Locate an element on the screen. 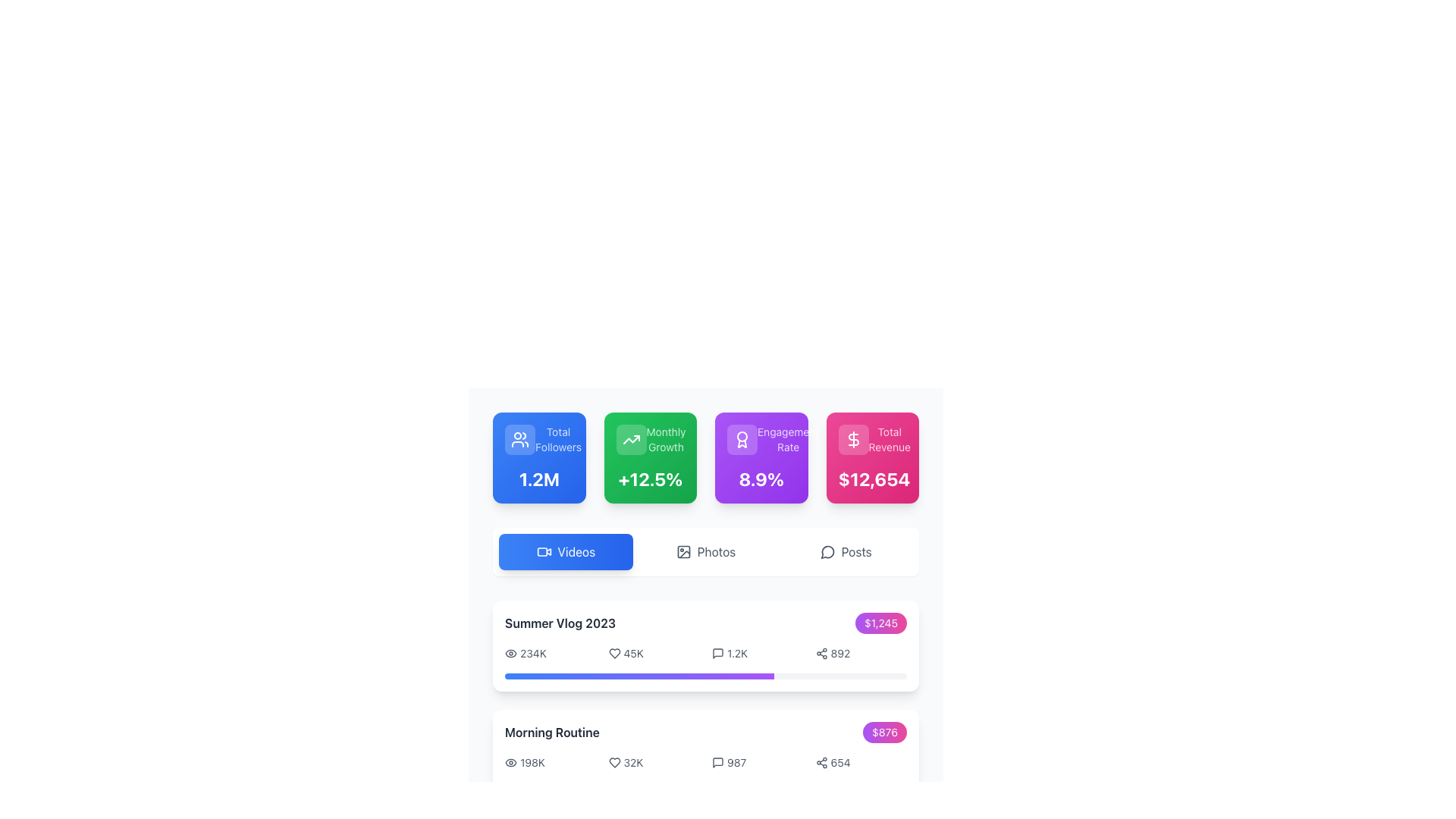 This screenshot has width=1456, height=819. the speech bubble icon, which is styled in grayscale with a thin outline and rounded corners, indicating comments or messages, located between the heart icon and share icon for the video 'Summer Vlog 2023' is located at coordinates (717, 652).